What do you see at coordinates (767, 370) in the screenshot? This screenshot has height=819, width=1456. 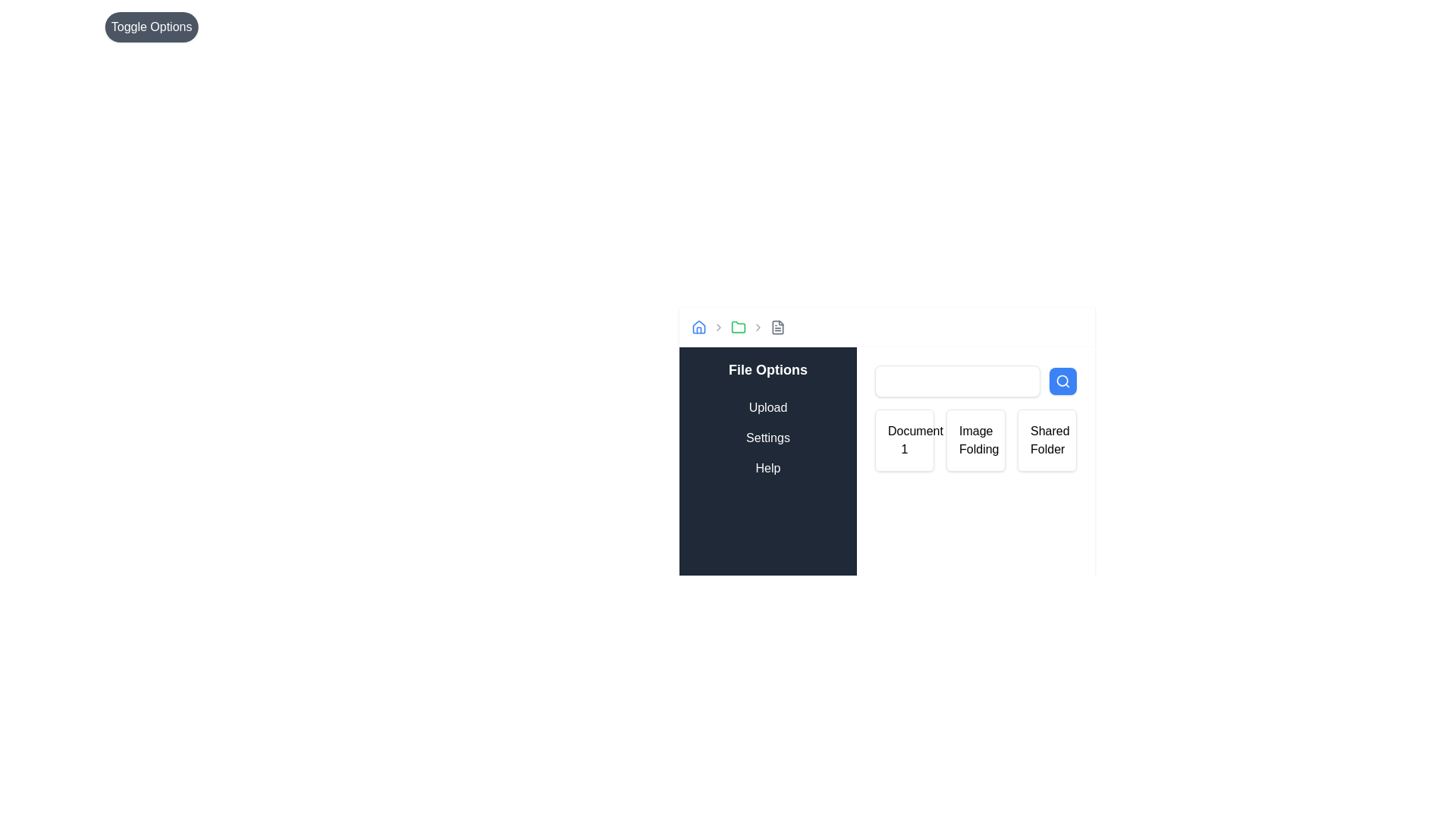 I see `text label displaying 'File Options' located at the top of the vertical navigation menu in the sidebar on the left side of the interface` at bounding box center [767, 370].